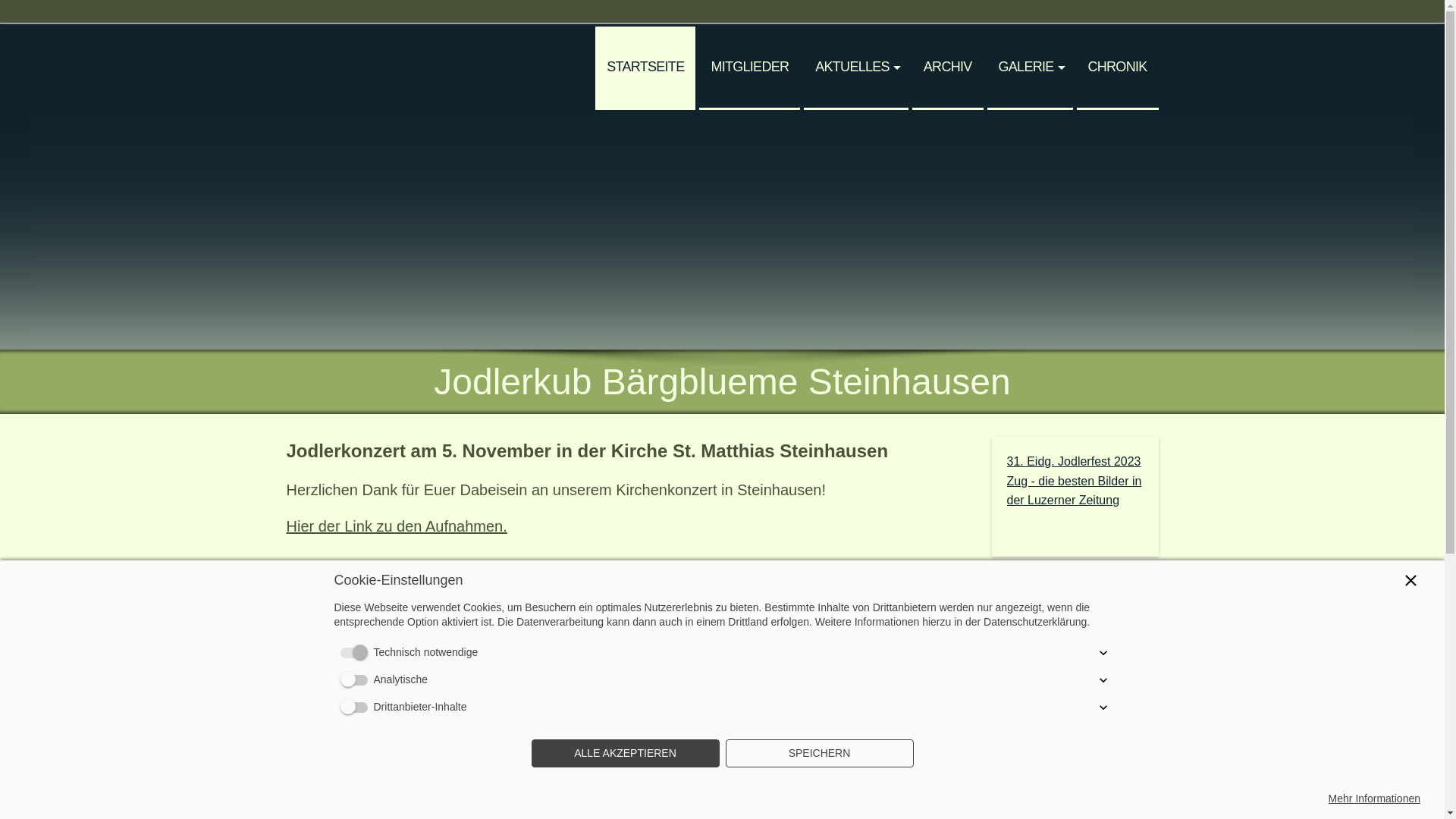  What do you see at coordinates (855, 67) in the screenshot?
I see `'AKTUELLES'` at bounding box center [855, 67].